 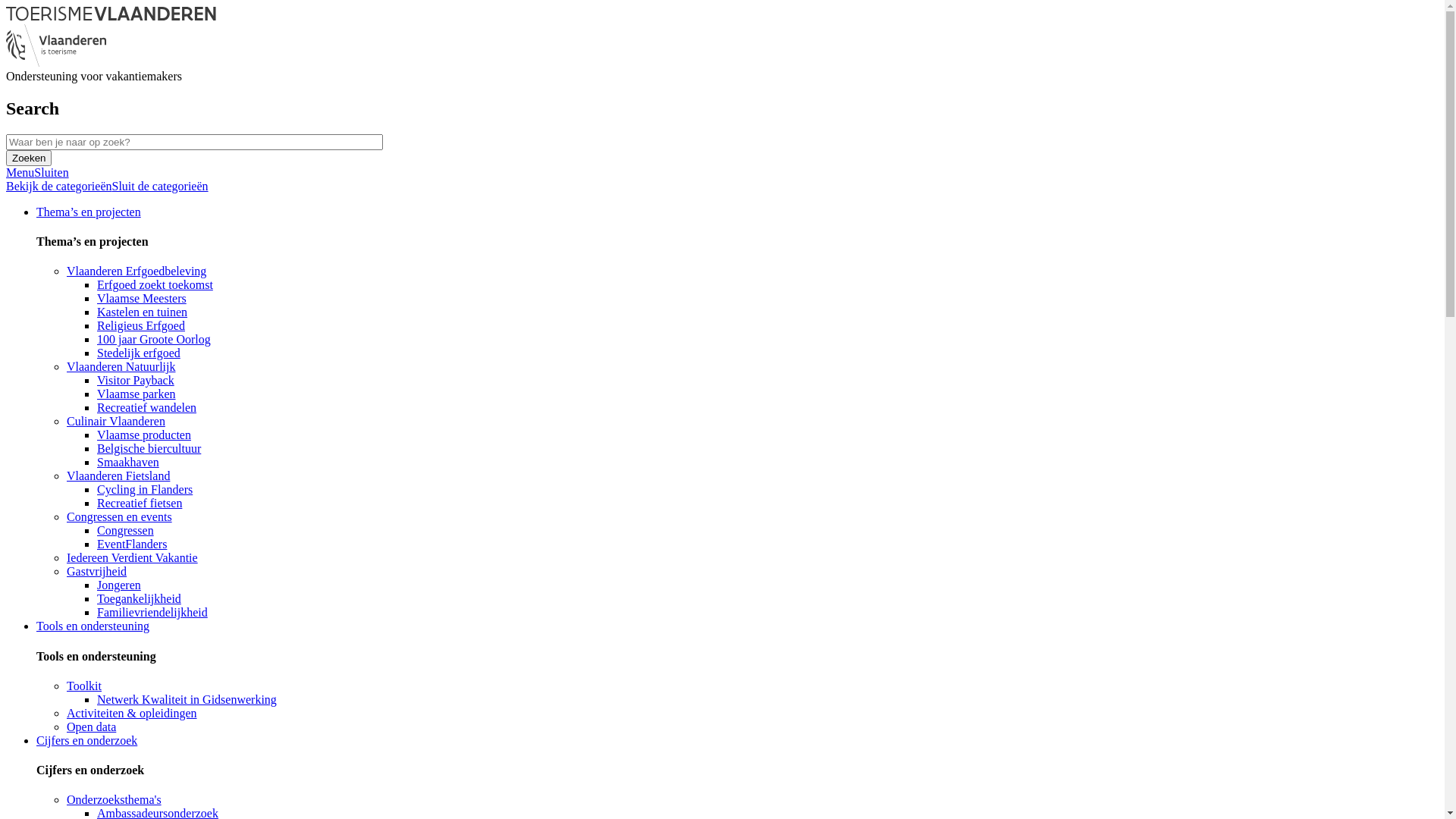 I want to click on 'Kastelen en tuinen', so click(x=142, y=311).